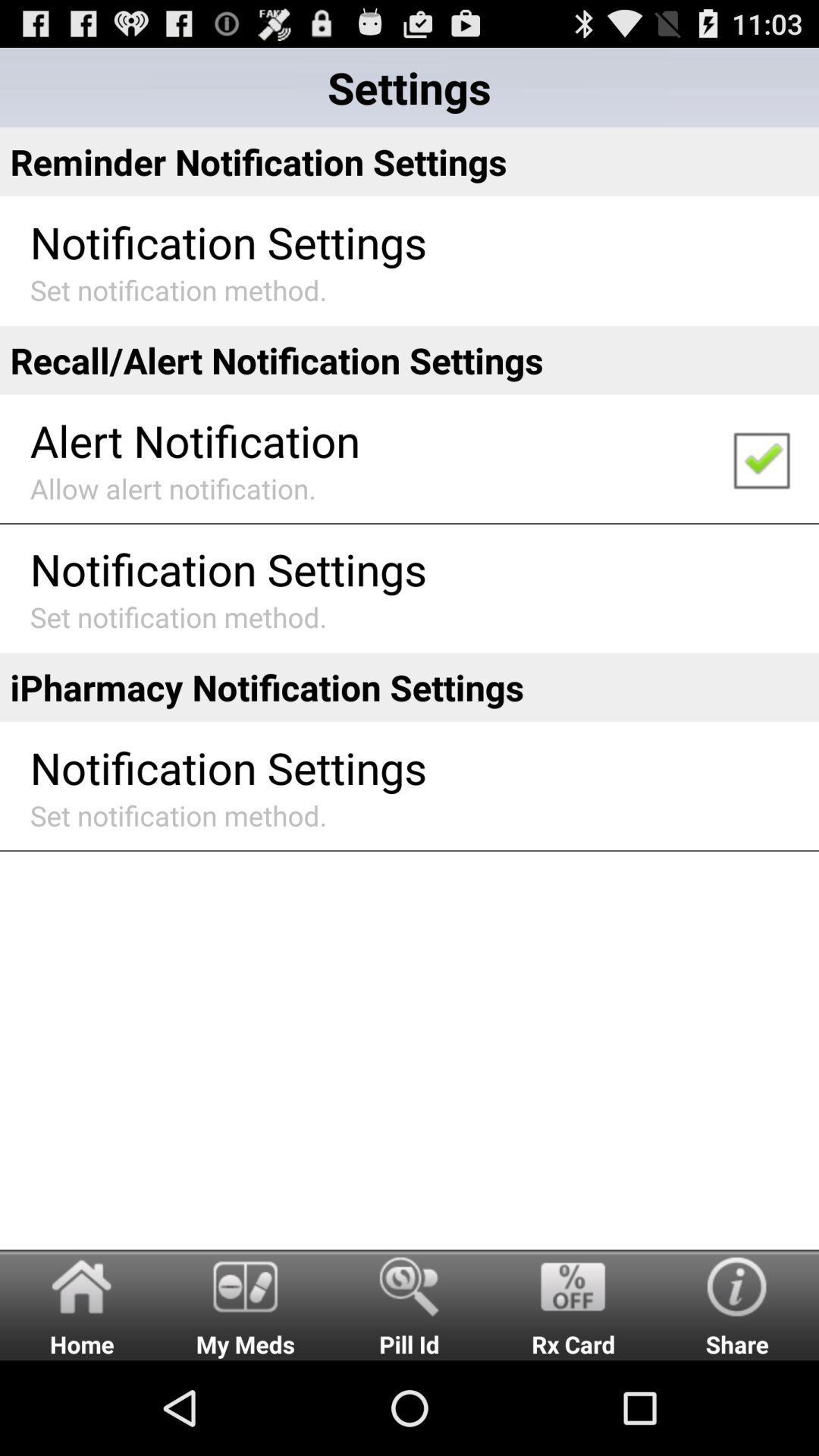 This screenshot has height=1456, width=819. I want to click on the icon to the right of the home item, so click(245, 1304).